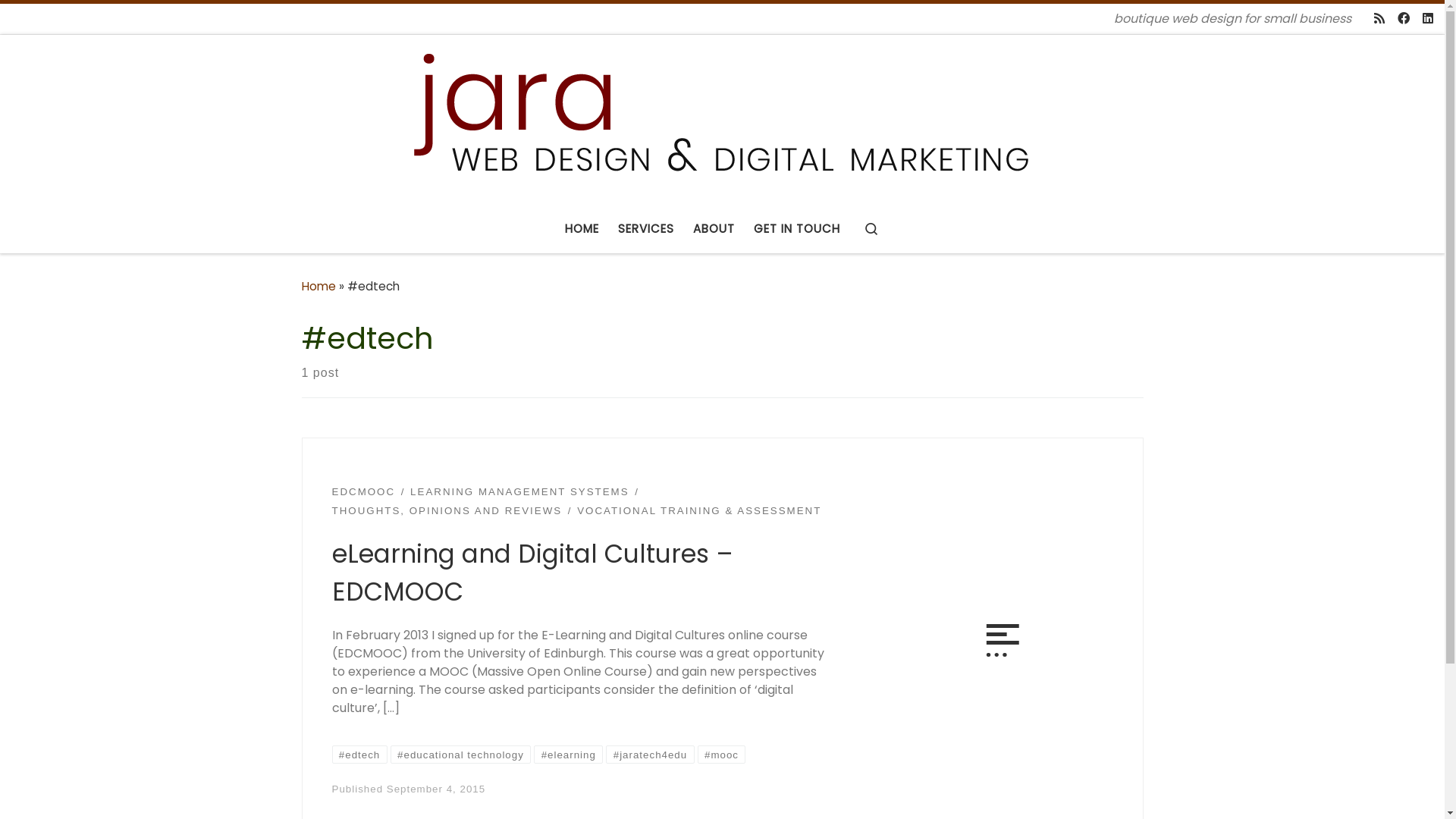 The width and height of the screenshot is (1456, 819). I want to click on '#educational technology', so click(460, 755).